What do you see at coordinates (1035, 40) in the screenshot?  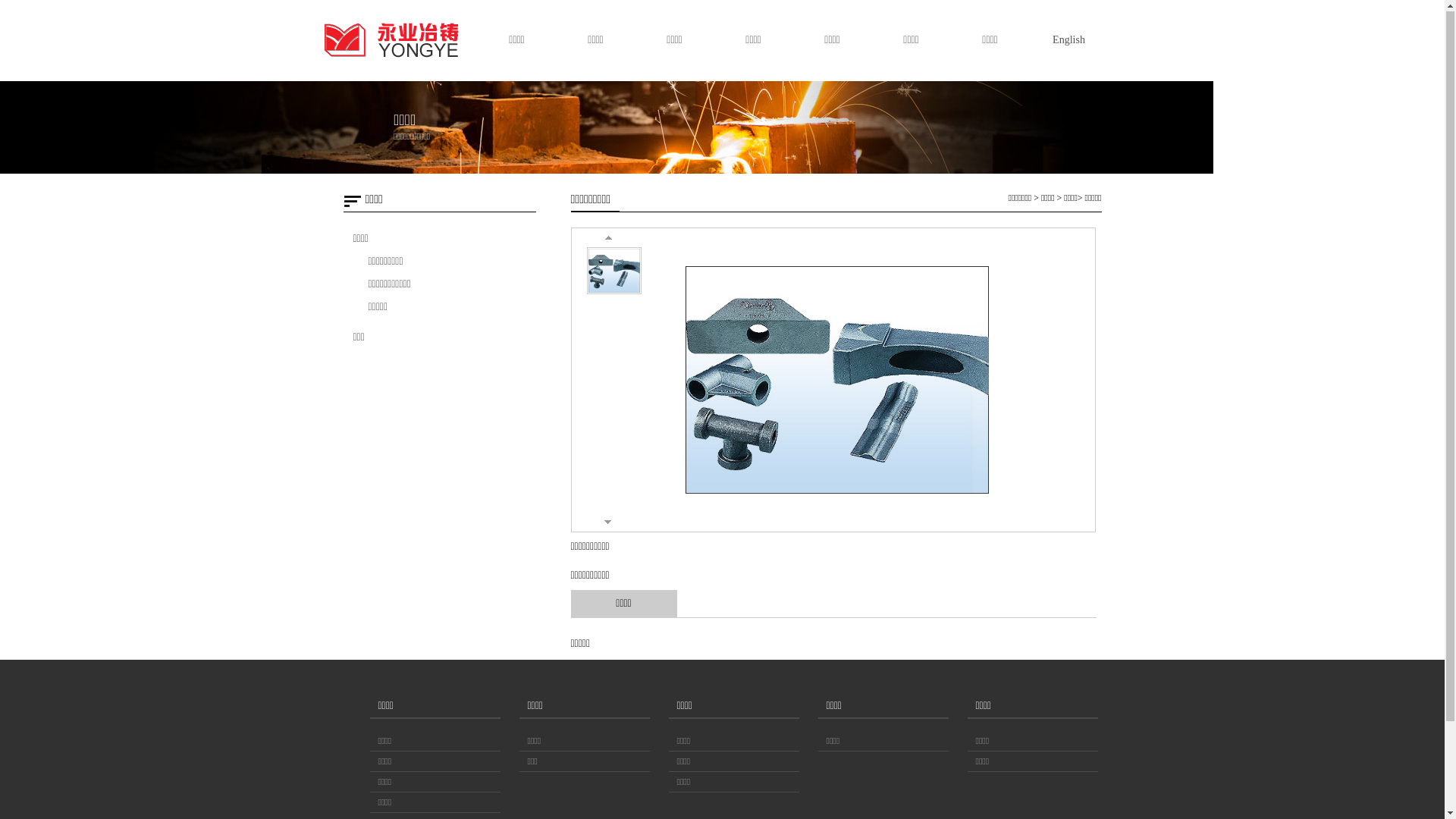 I see `'English'` at bounding box center [1035, 40].